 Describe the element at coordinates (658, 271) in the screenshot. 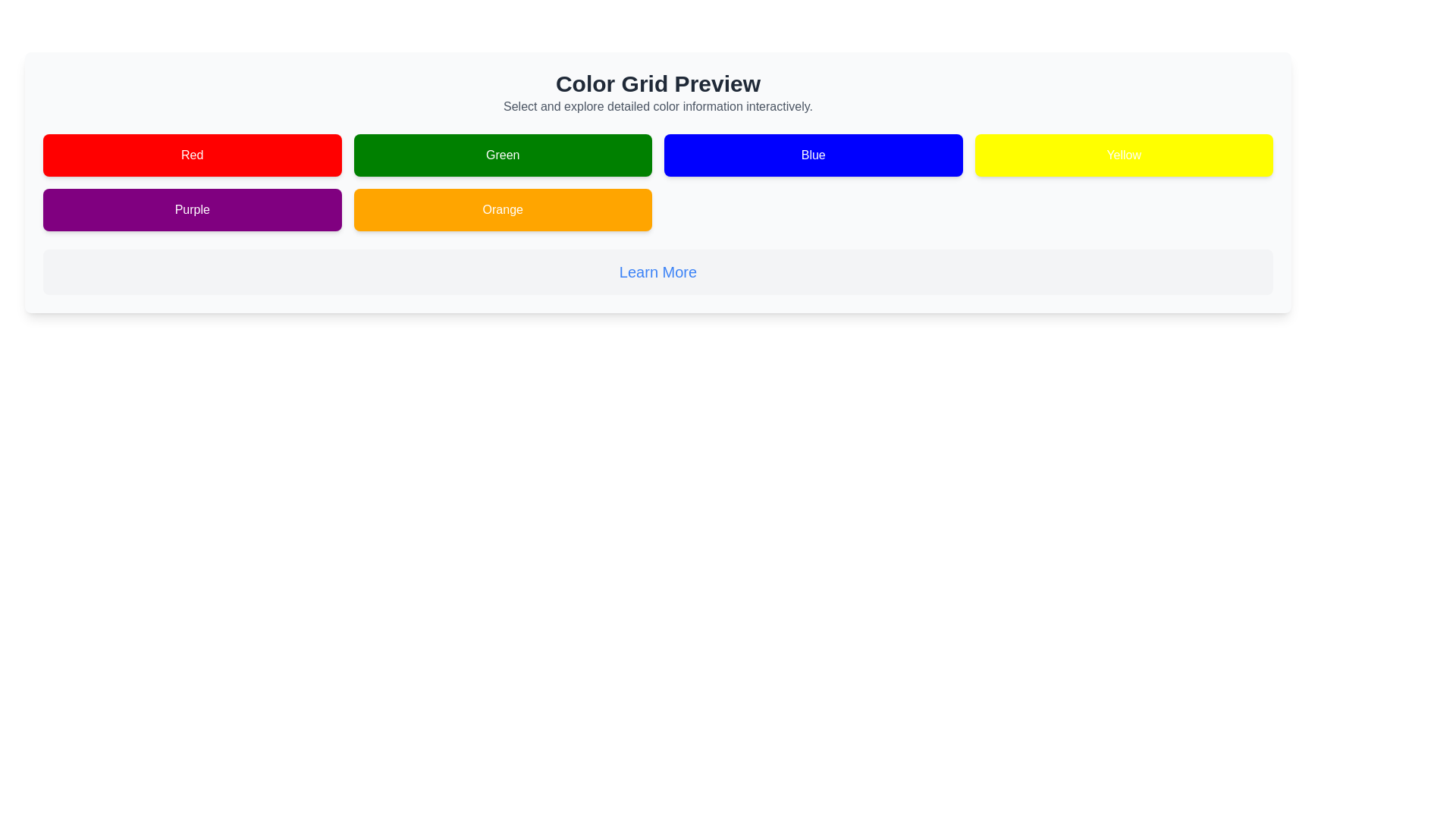

I see `the interactive link located centrally within the highlighted box below the main grid of colored buttons, directly under the 'Color Grid Preview' section, to show a context menu` at that location.